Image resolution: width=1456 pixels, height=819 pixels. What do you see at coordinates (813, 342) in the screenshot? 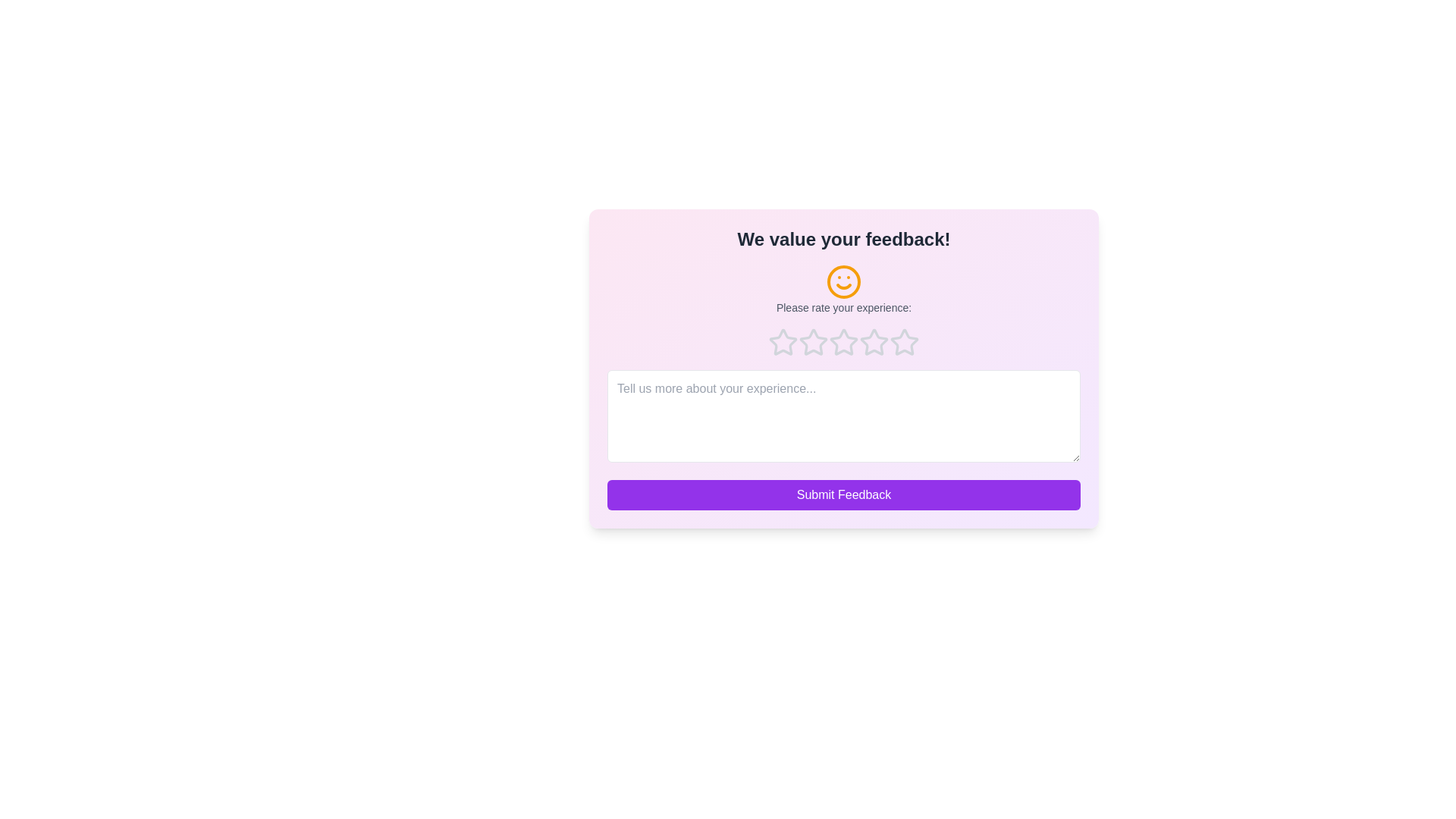
I see `the second star in the five-star rating system` at bounding box center [813, 342].